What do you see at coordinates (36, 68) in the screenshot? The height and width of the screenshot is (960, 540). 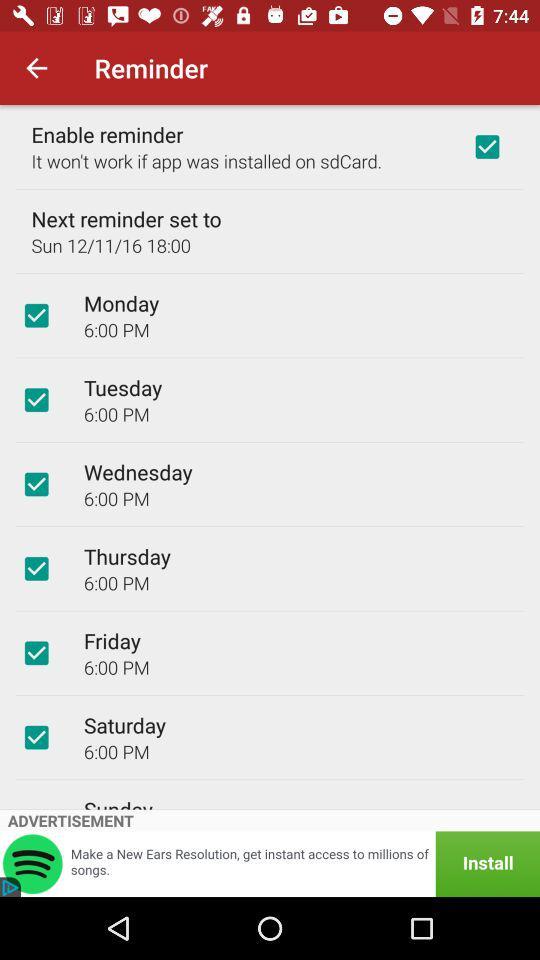 I see `the item above enable reminder icon` at bounding box center [36, 68].